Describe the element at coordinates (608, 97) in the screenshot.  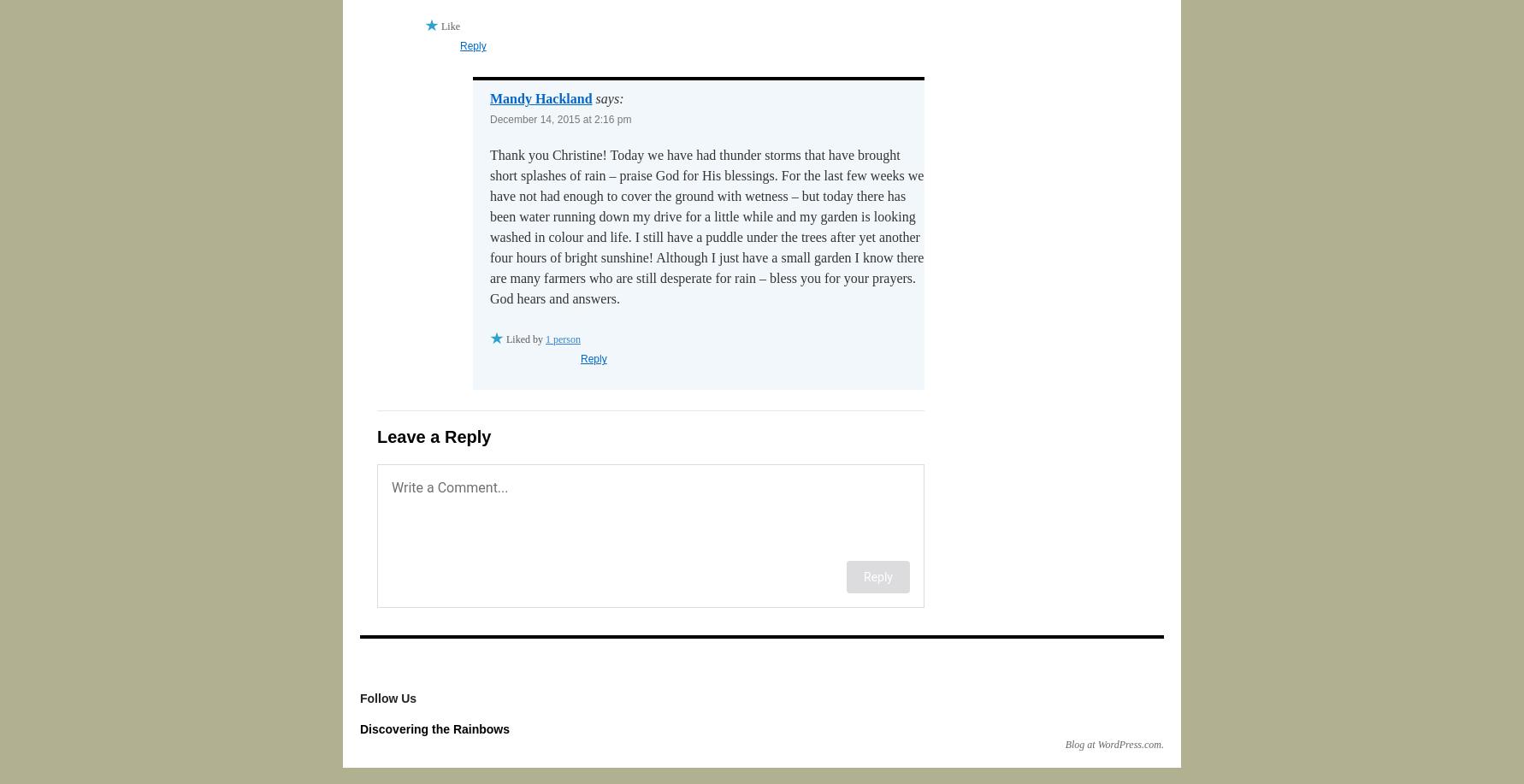
I see `'says:'` at that location.